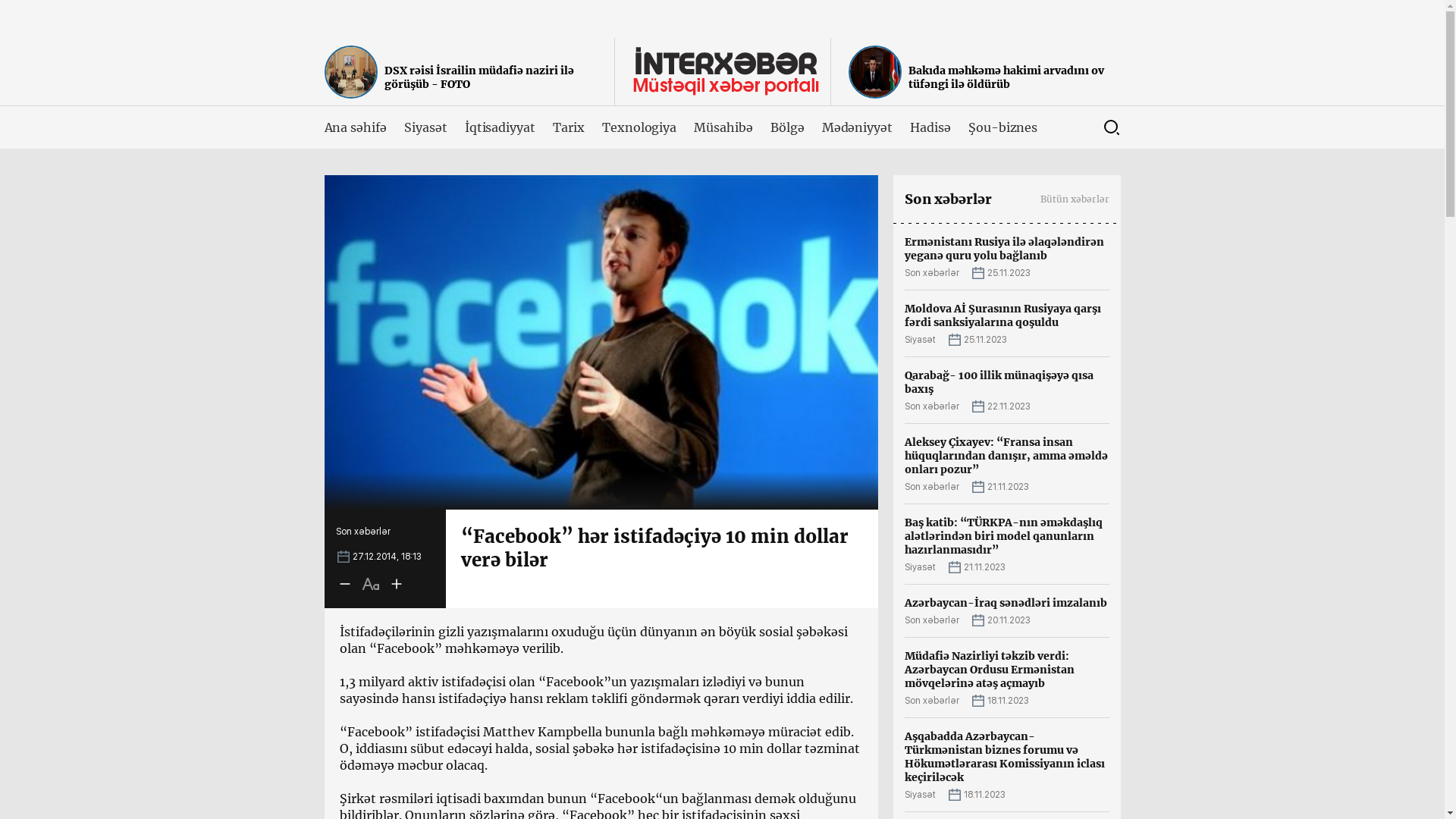 The image size is (1456, 819). Describe the element at coordinates (567, 127) in the screenshot. I see `'Tarix'` at that location.